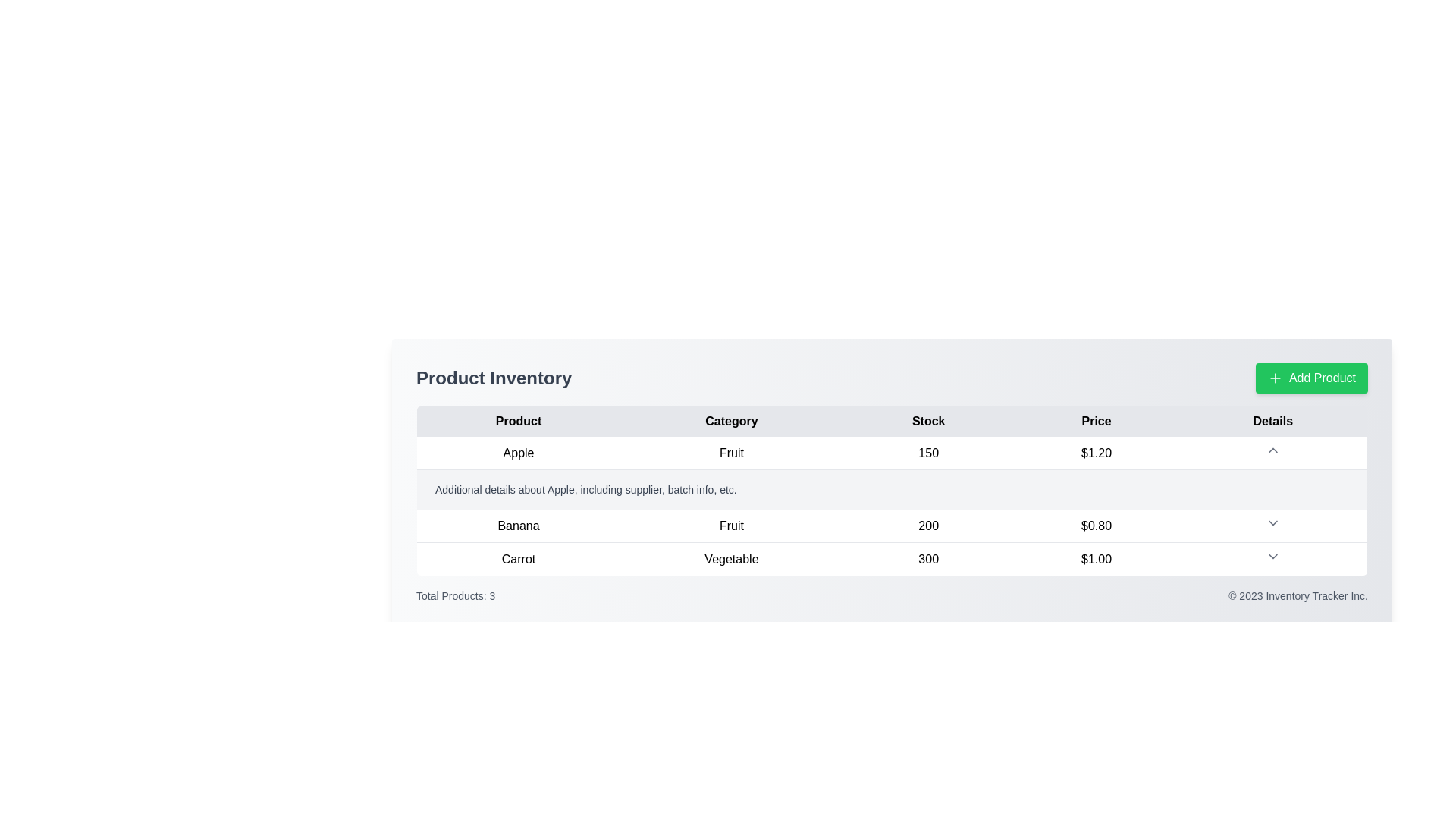 The image size is (1456, 819). Describe the element at coordinates (1273, 421) in the screenshot. I see `the static text label that serves as the last column header in a tabular data structure, specifically the 'Details' column` at that location.